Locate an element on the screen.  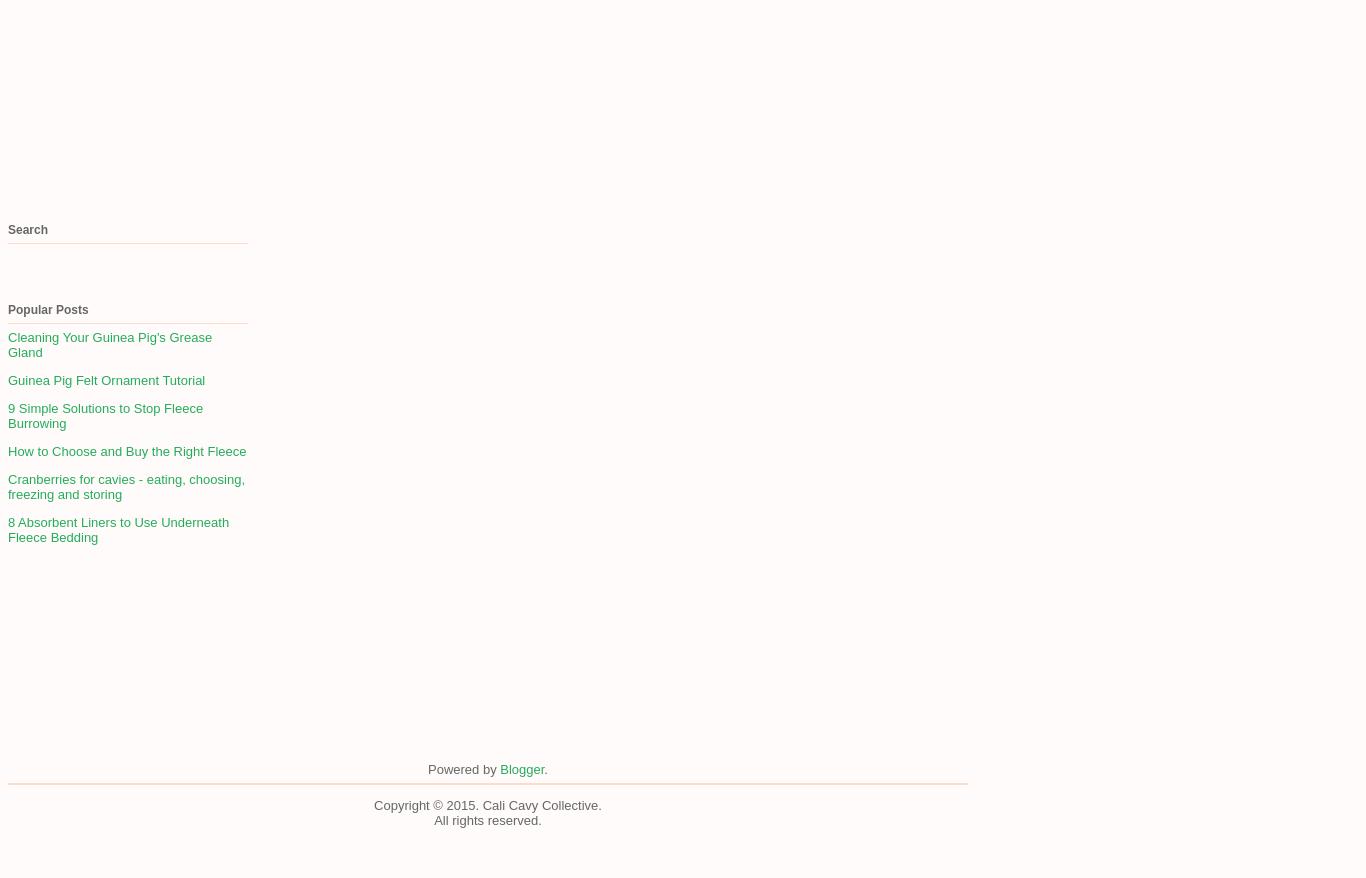
'Guinea Pig Felt Ornament Tutorial' is located at coordinates (106, 379).